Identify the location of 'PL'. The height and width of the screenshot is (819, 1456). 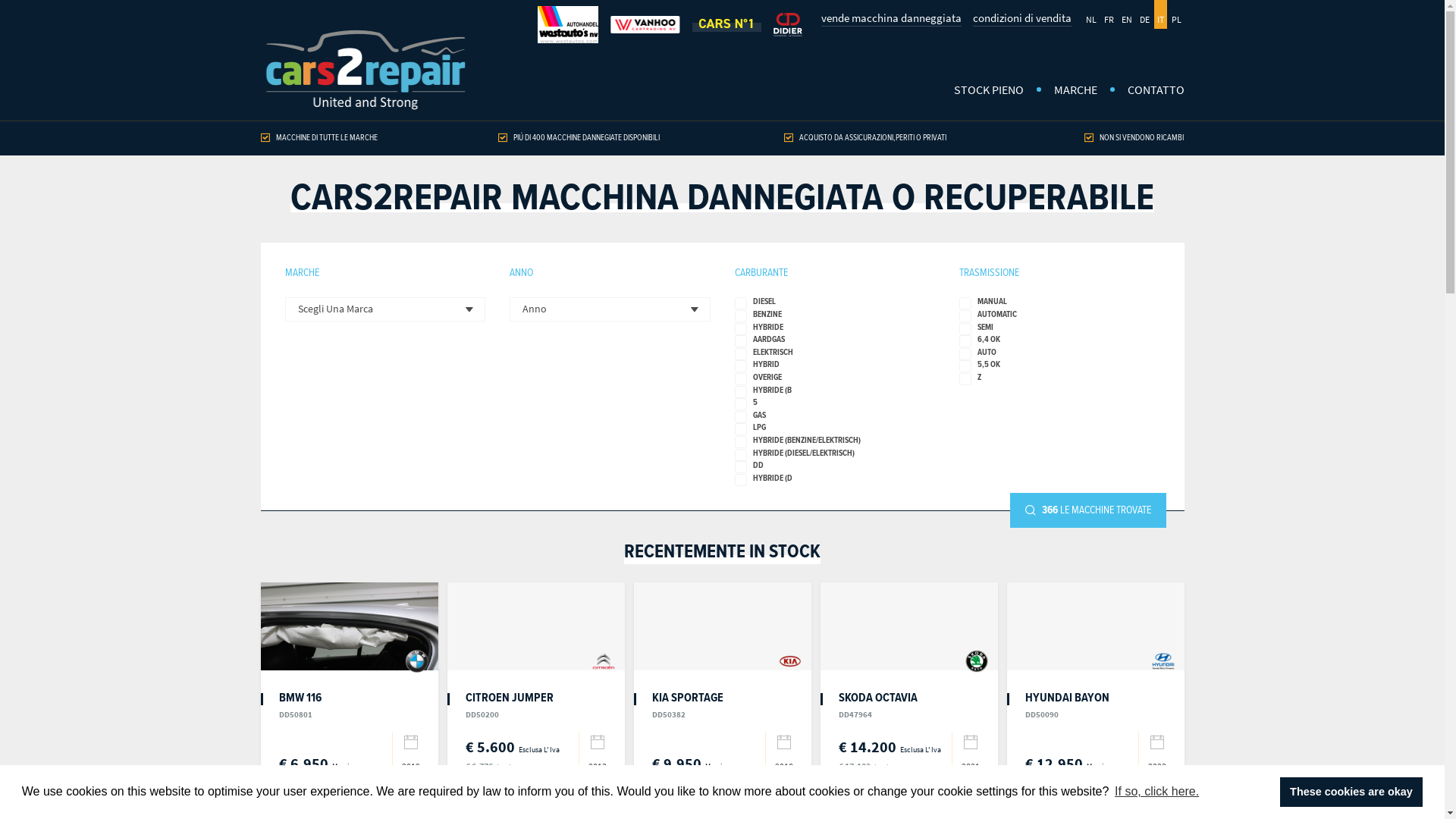
(1167, 14).